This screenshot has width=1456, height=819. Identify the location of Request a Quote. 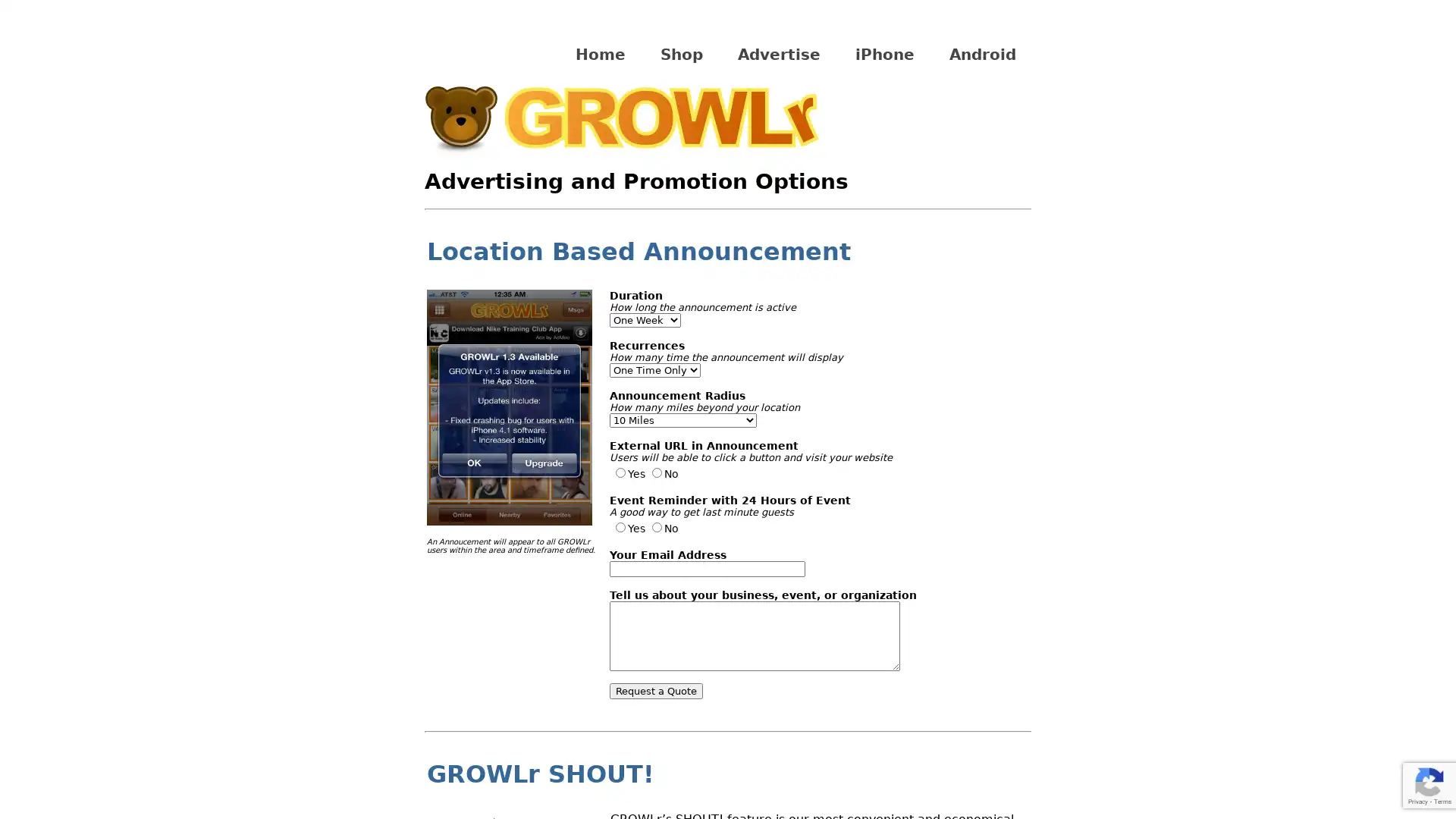
(656, 690).